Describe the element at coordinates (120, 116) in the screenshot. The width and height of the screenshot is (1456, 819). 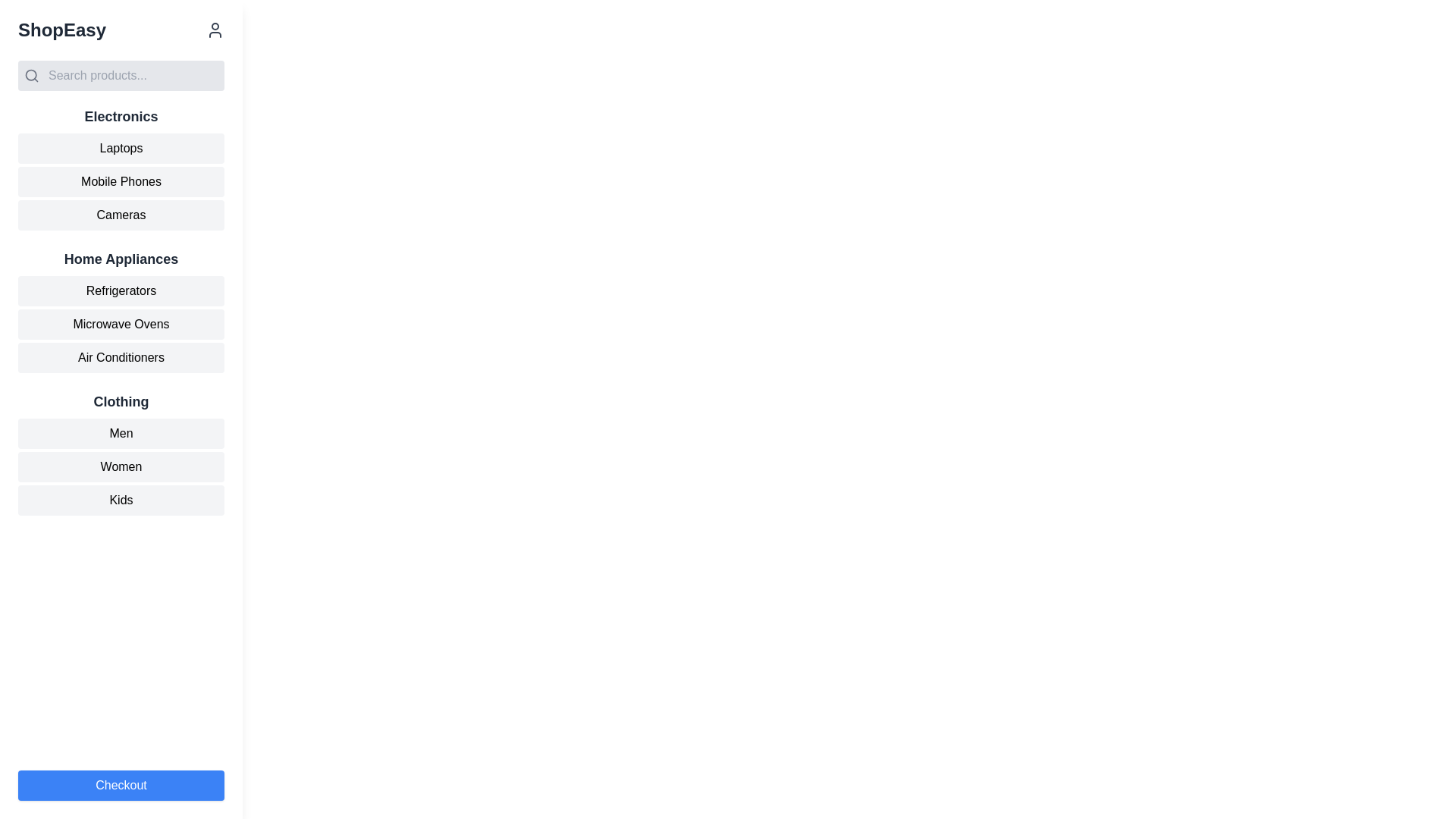
I see `the bold, large-text header labeled 'Electronics' located in the navigation sidebar` at that location.